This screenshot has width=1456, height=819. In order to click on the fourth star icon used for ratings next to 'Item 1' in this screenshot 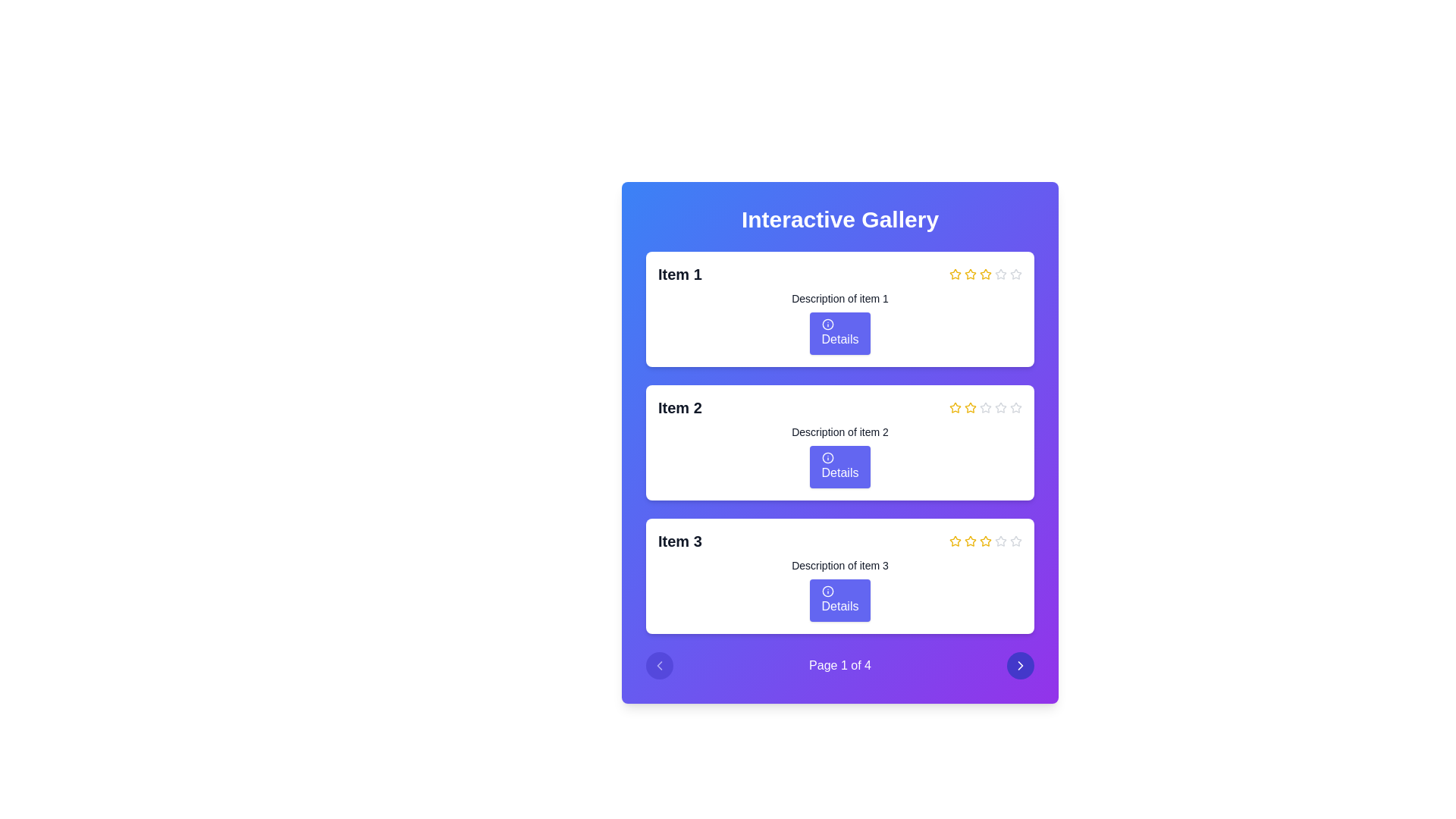, I will do `click(1001, 274)`.